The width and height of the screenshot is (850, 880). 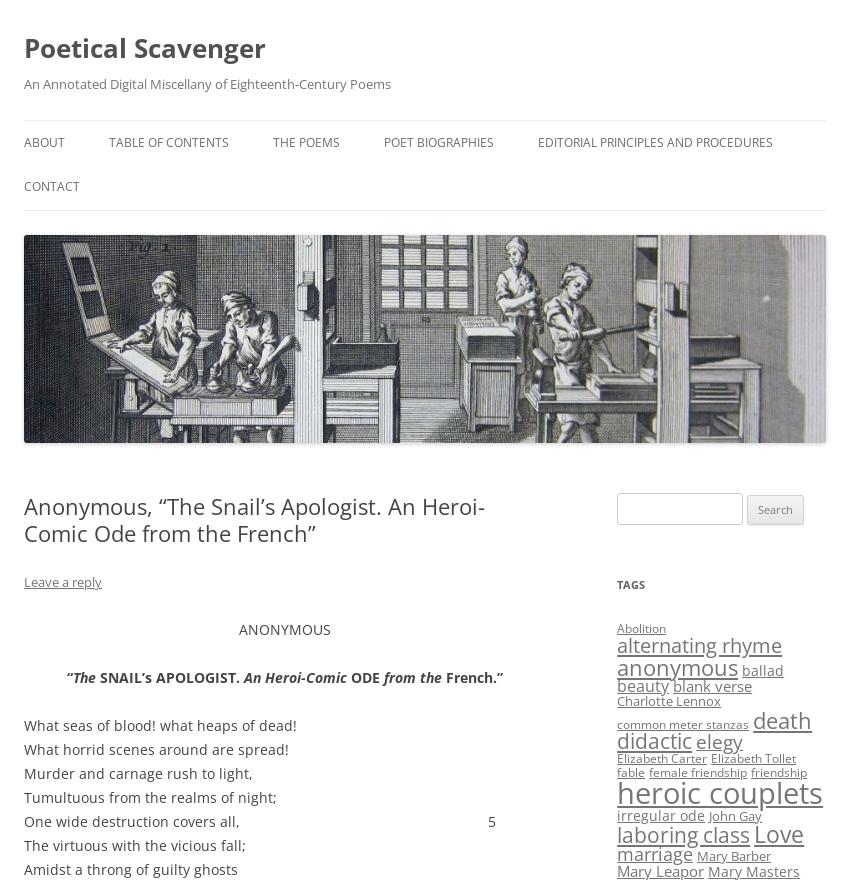 What do you see at coordinates (44, 142) in the screenshot?
I see `'About'` at bounding box center [44, 142].